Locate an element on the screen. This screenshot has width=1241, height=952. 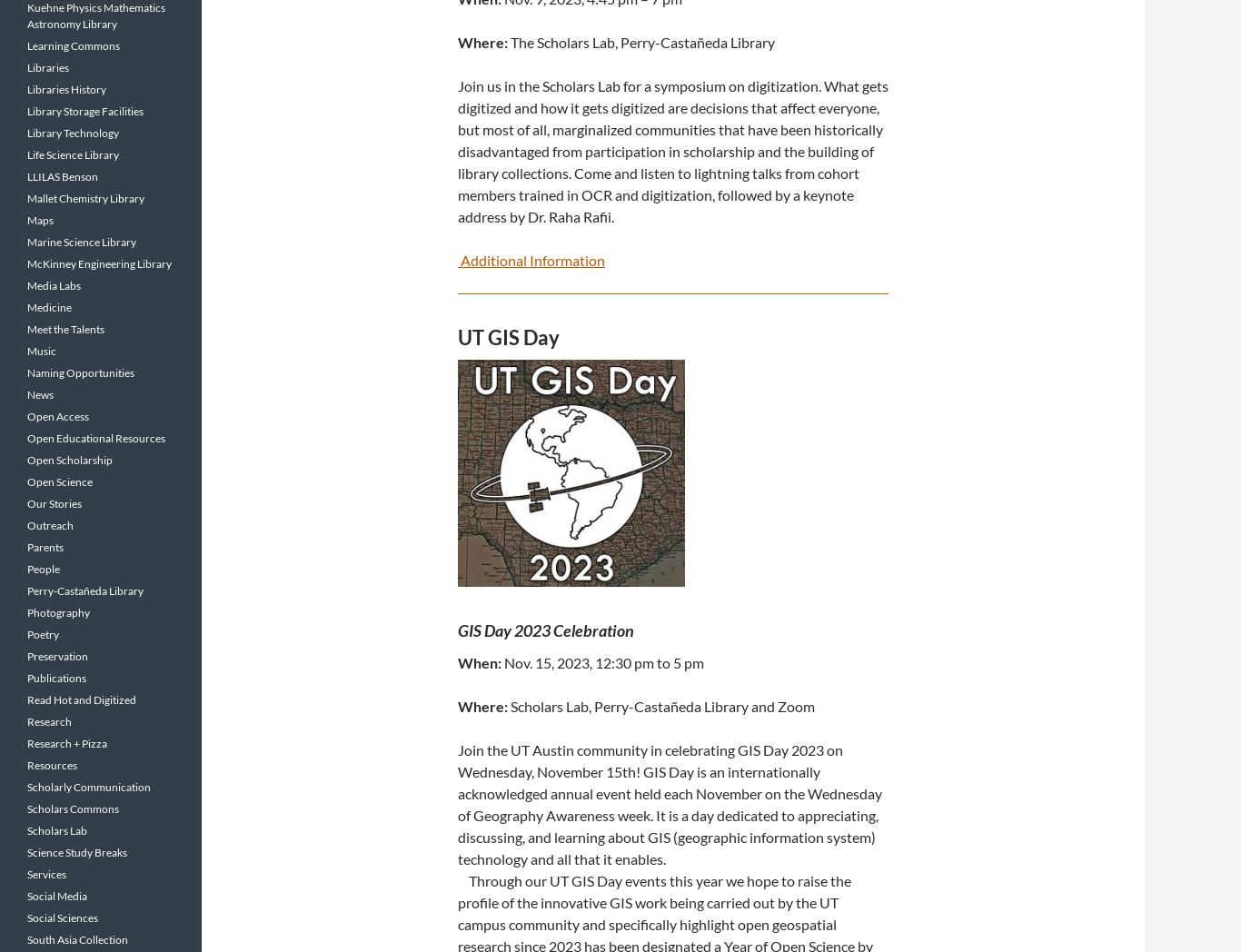
'Research + Pizza' is located at coordinates (27, 742).